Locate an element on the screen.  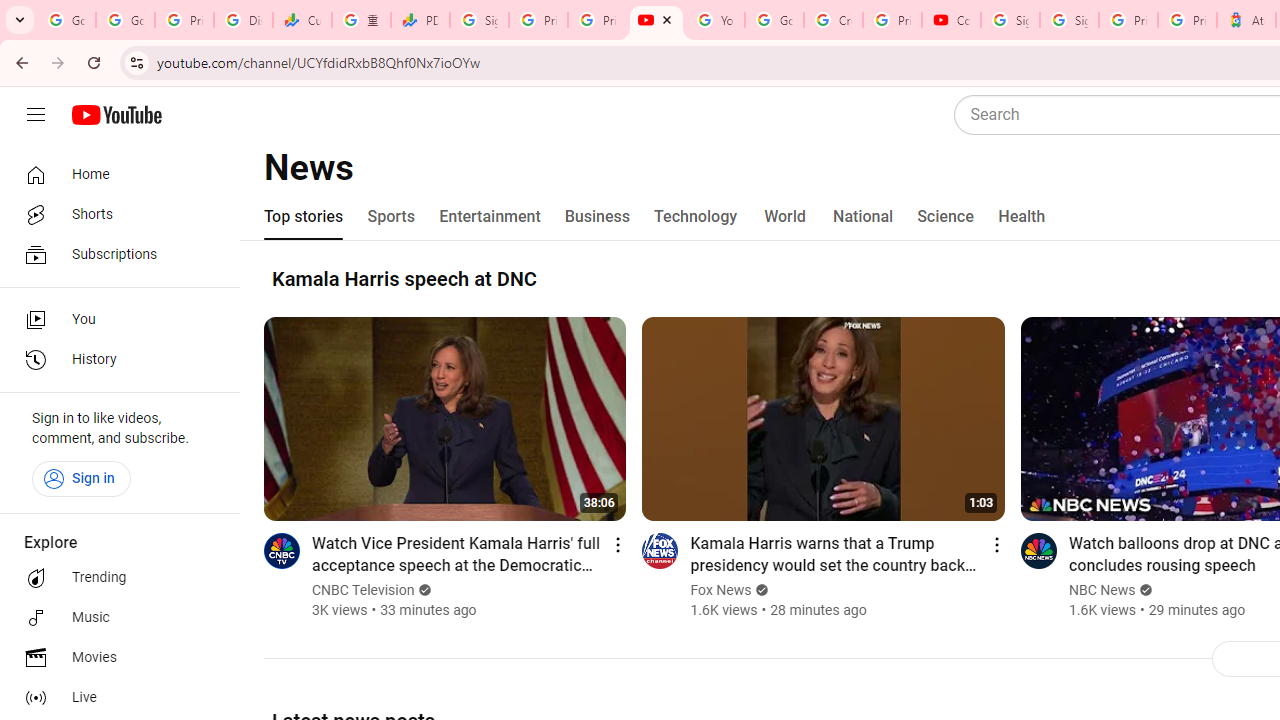
'Top stories' is located at coordinates (303, 217).